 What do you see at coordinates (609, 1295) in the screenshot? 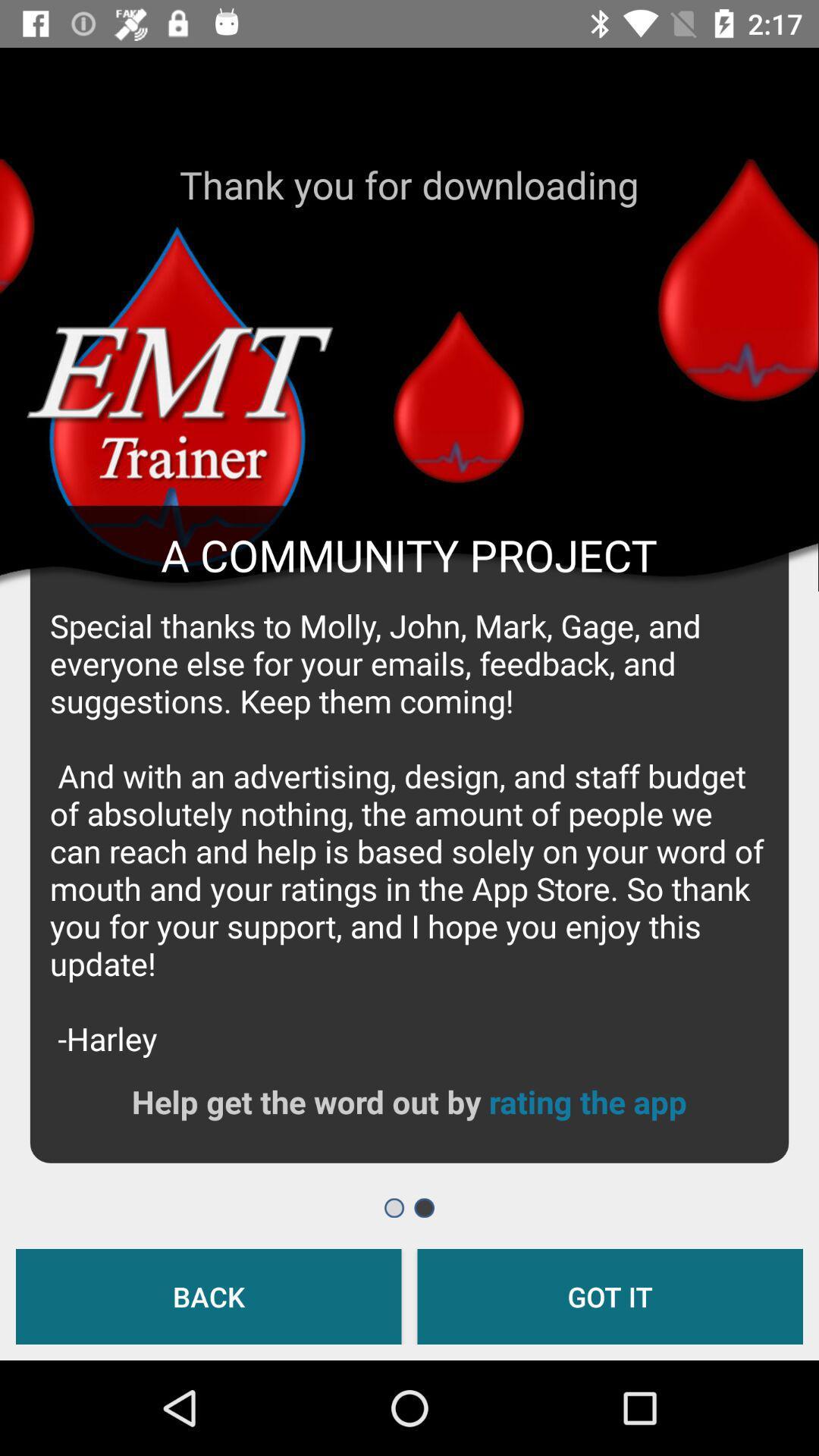
I see `got it icon` at bounding box center [609, 1295].